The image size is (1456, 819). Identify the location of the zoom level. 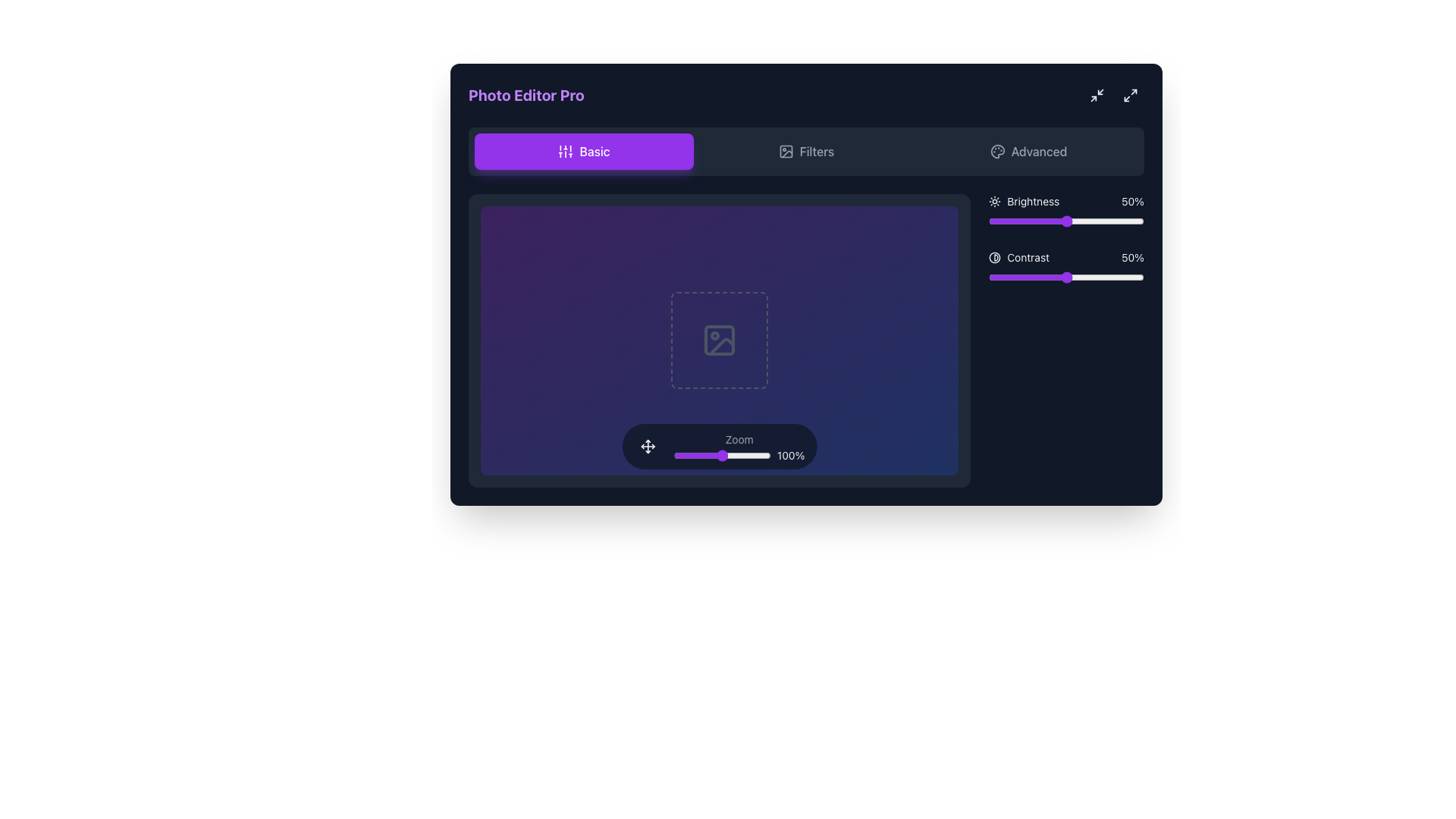
(762, 454).